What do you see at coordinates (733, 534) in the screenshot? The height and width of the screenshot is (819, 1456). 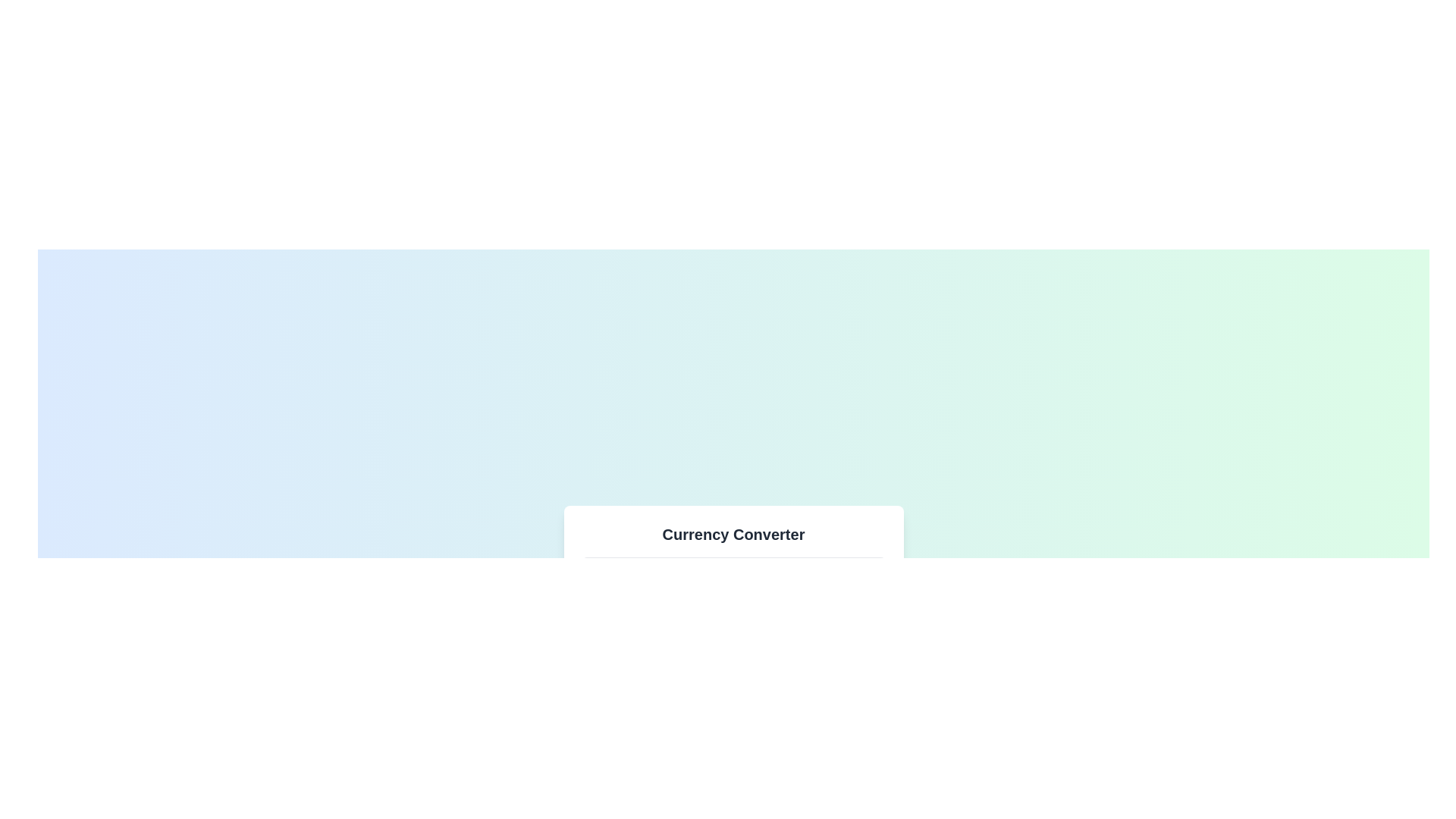 I see `the static text header that serves as the title for the currency conversion content, located in the upper-middle part of a white rectangular box with rounded corners and shadow effects` at bounding box center [733, 534].